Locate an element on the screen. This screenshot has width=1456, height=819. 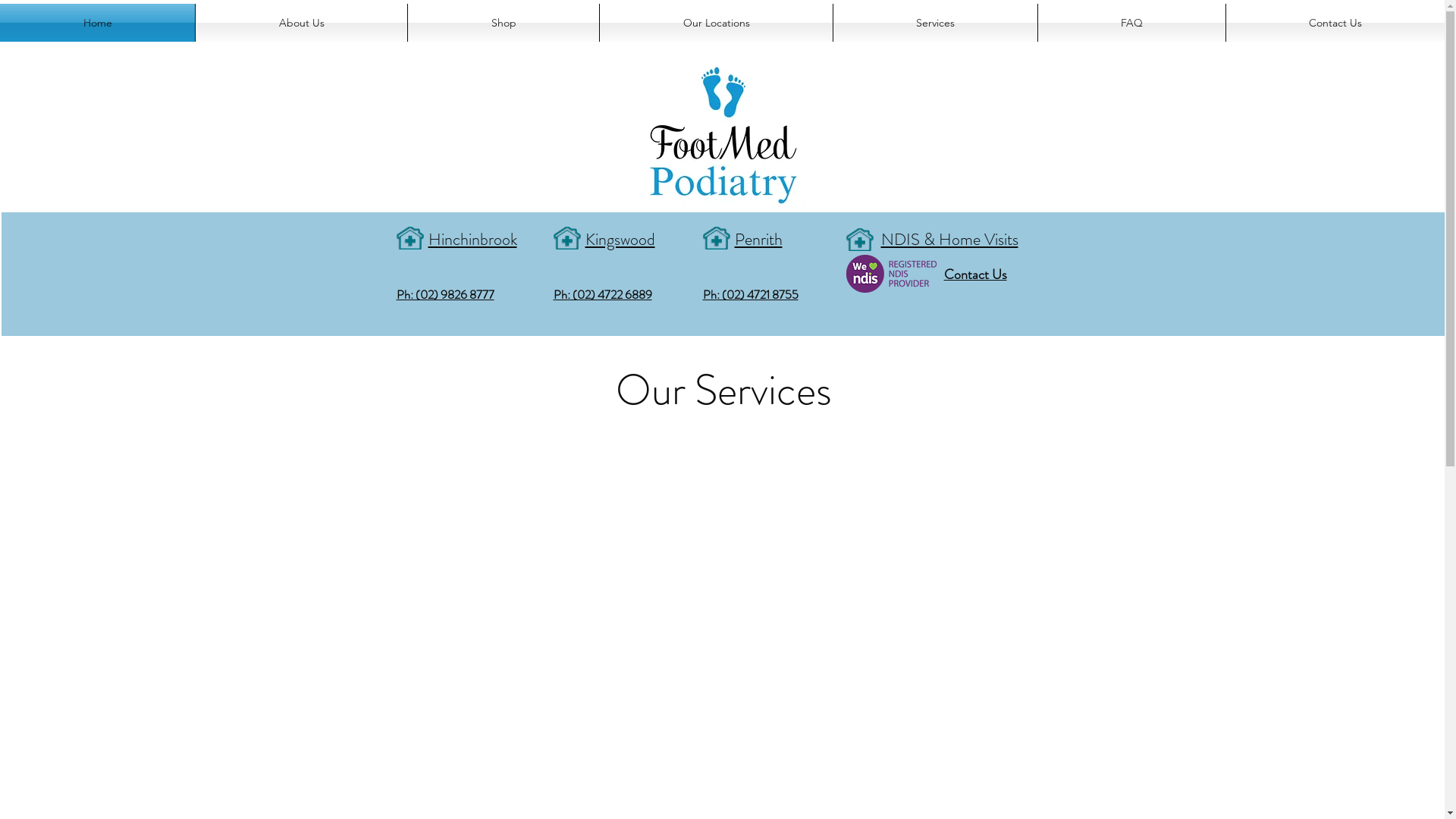
'Penrith' is located at coordinates (758, 237).